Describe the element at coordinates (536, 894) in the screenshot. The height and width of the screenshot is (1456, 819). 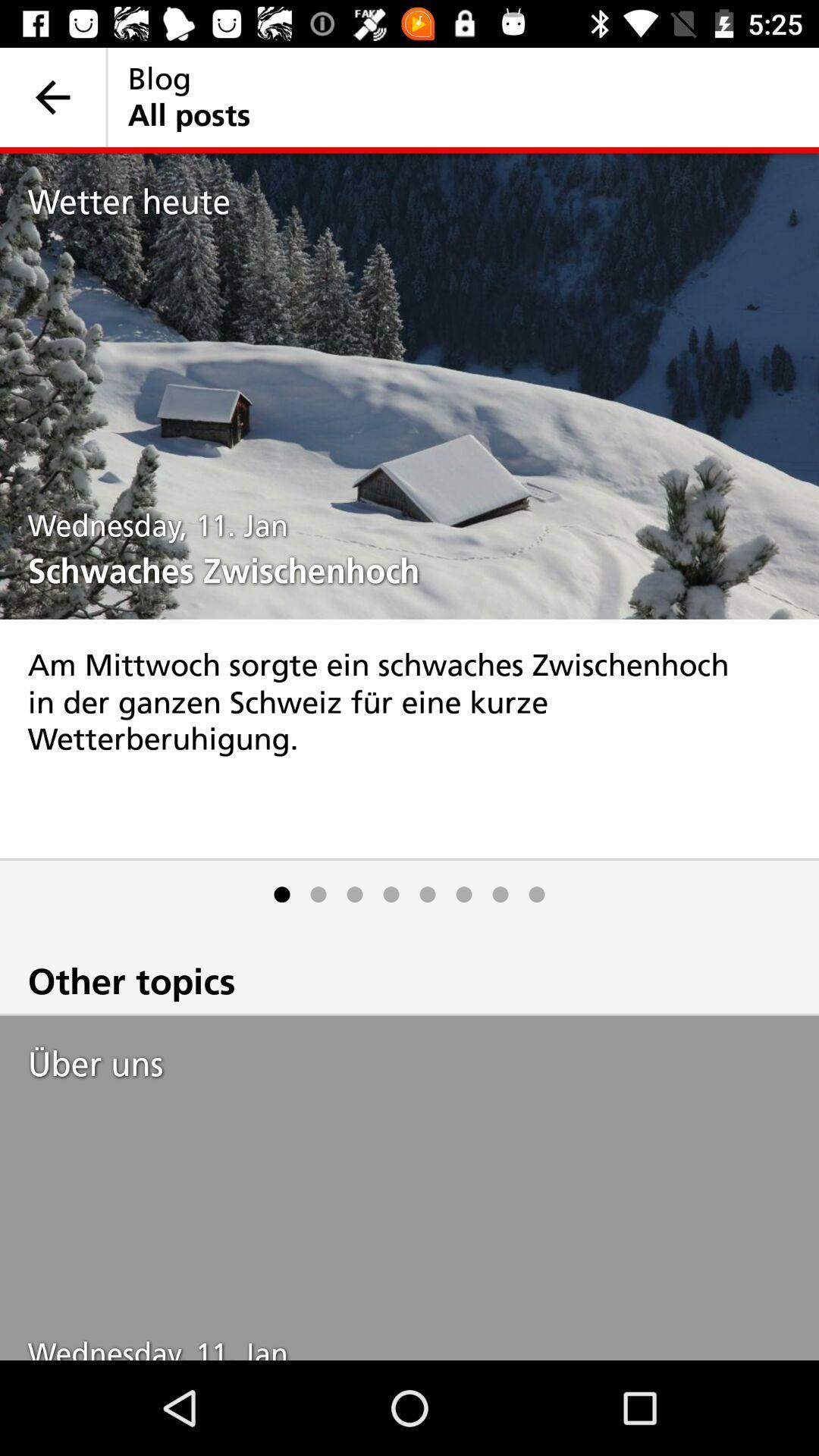
I see `icon below the am mittwoch sorgte icon` at that location.